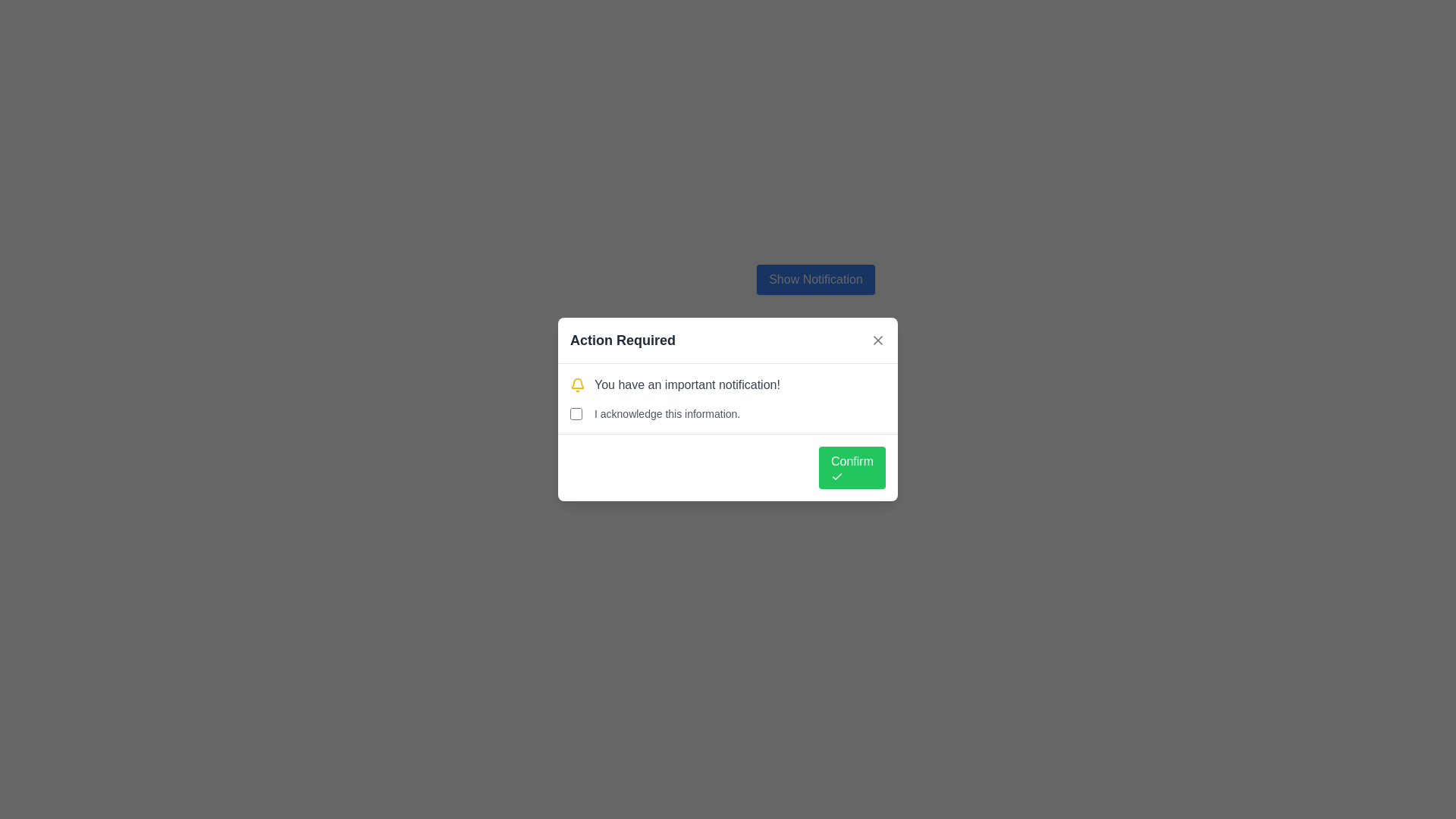  What do you see at coordinates (623, 339) in the screenshot?
I see `the bold, large-font header text reading 'Action Required' located at the top-center of the notification box` at bounding box center [623, 339].